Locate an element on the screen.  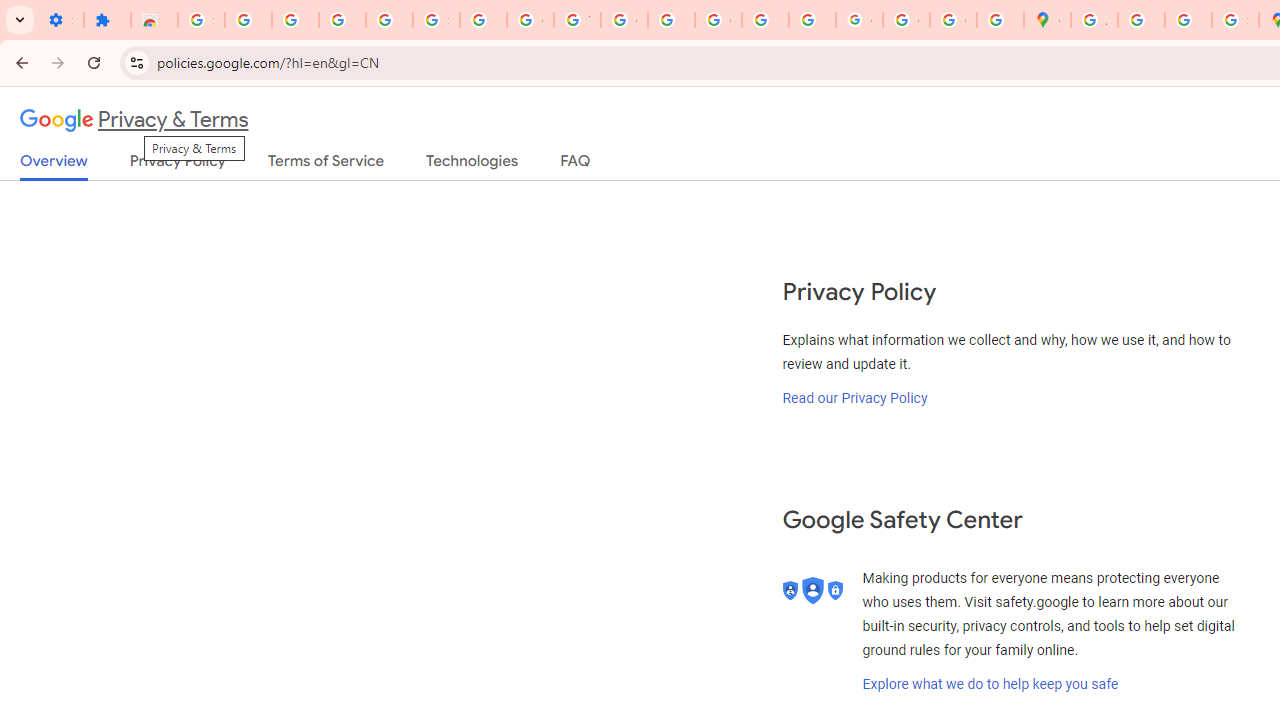
'Reviews: Helix Fruit Jump Arcade Game' is located at coordinates (153, 20).